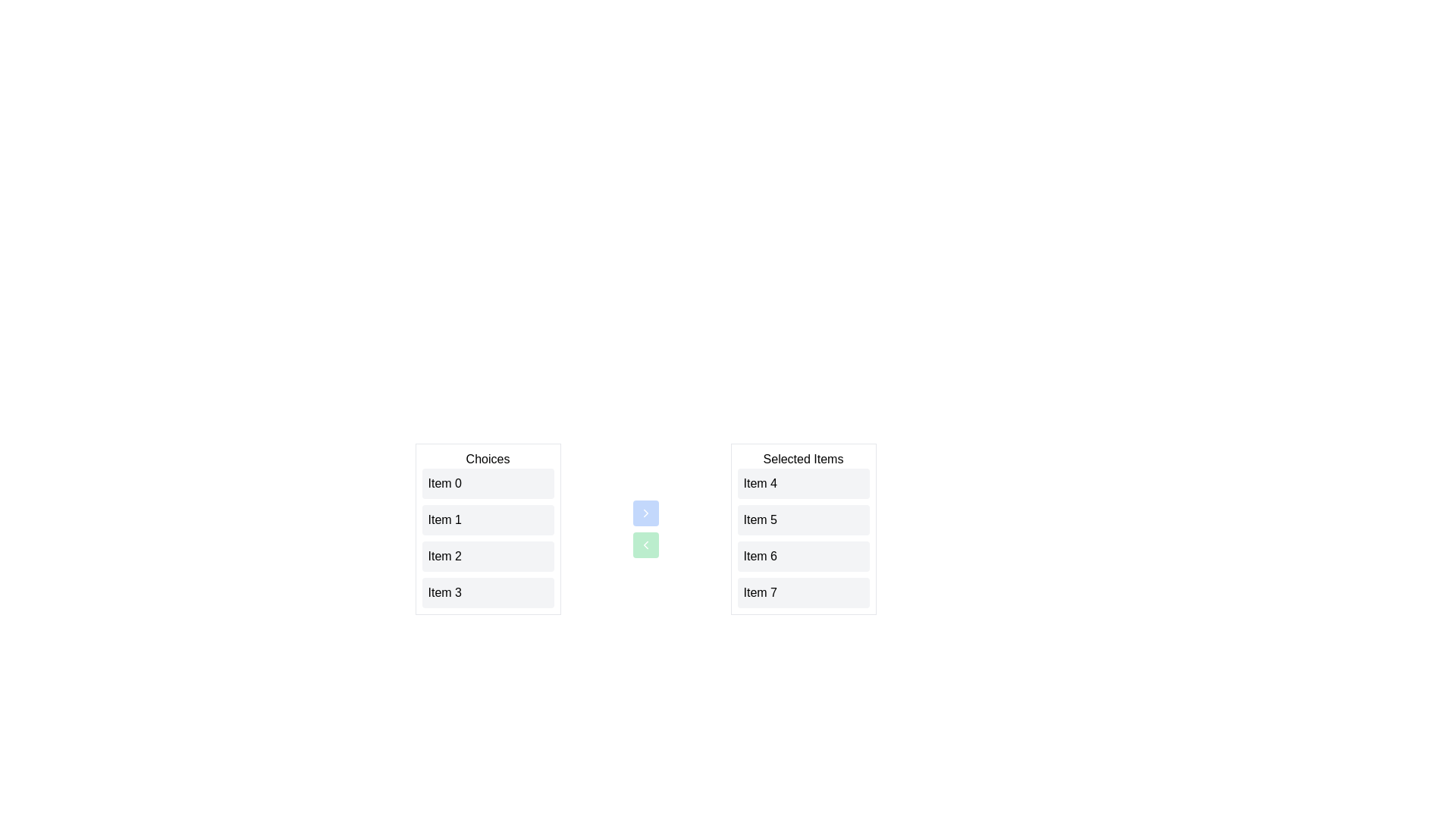  What do you see at coordinates (444, 592) in the screenshot?
I see `the Text Label displaying the item's name, which is the fourth entry in the 'Choices' section located on the left side of the interface, positioned below 'Item 2'` at bounding box center [444, 592].